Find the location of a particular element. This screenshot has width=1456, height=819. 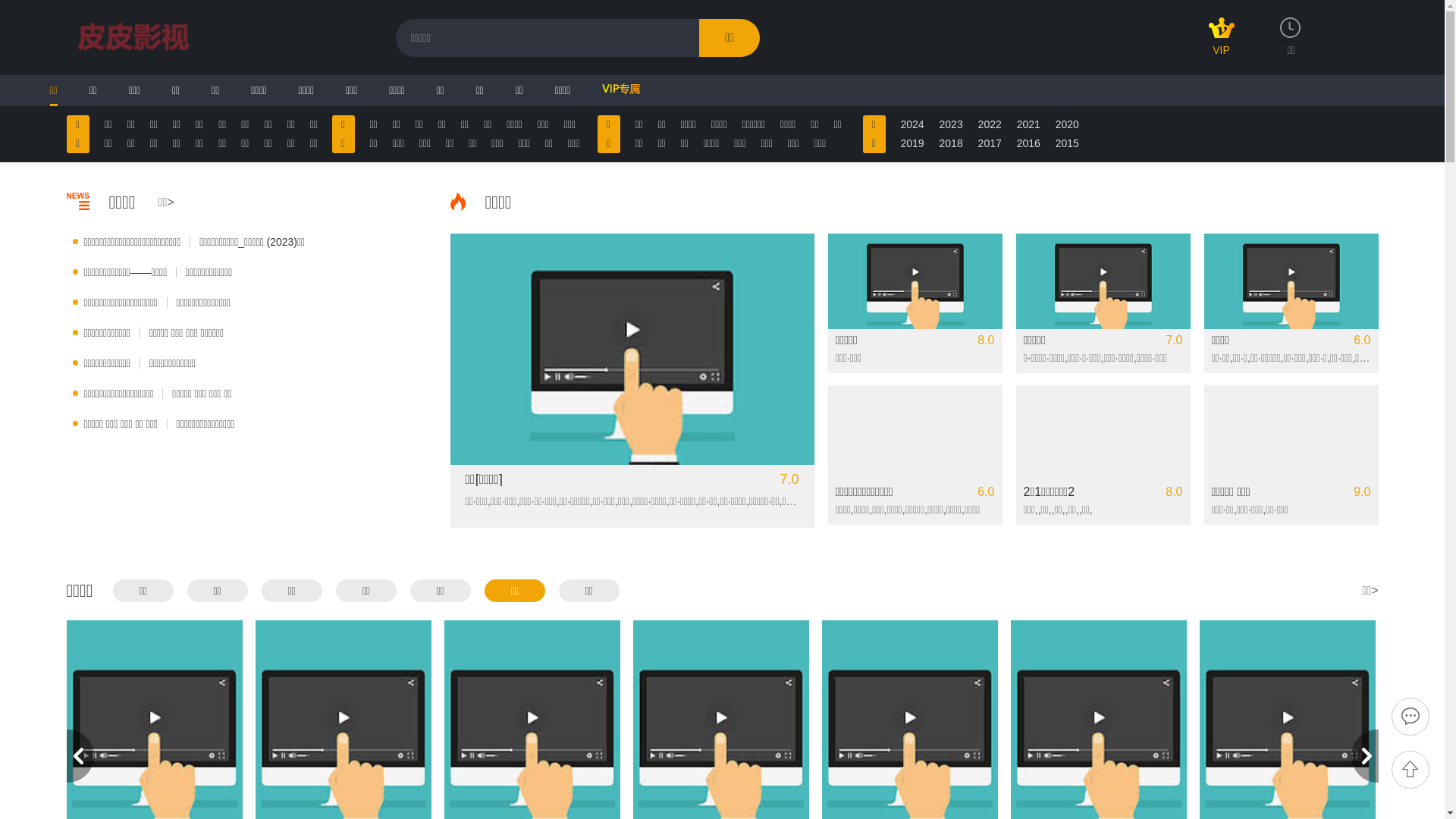

'2020' is located at coordinates (1066, 124).